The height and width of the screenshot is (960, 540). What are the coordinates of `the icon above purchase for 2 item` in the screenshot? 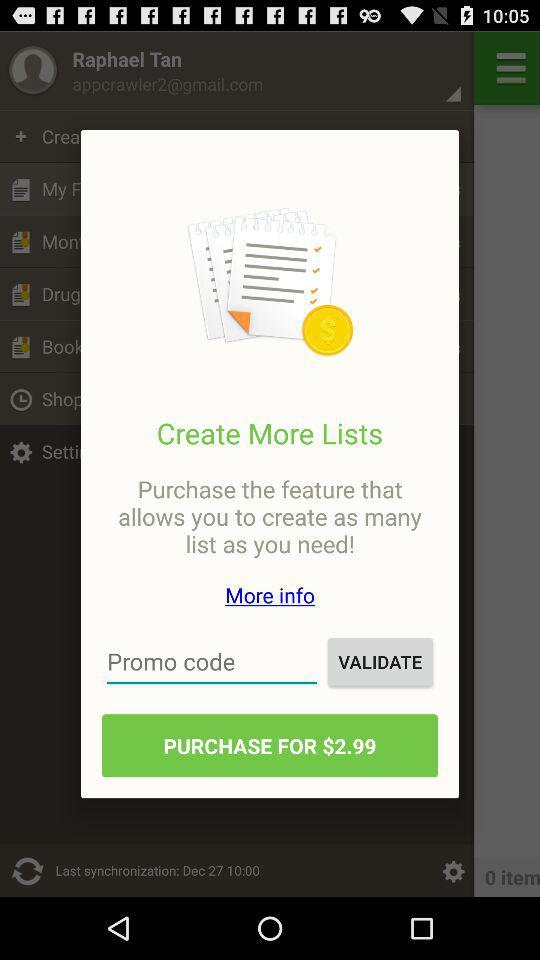 It's located at (380, 661).